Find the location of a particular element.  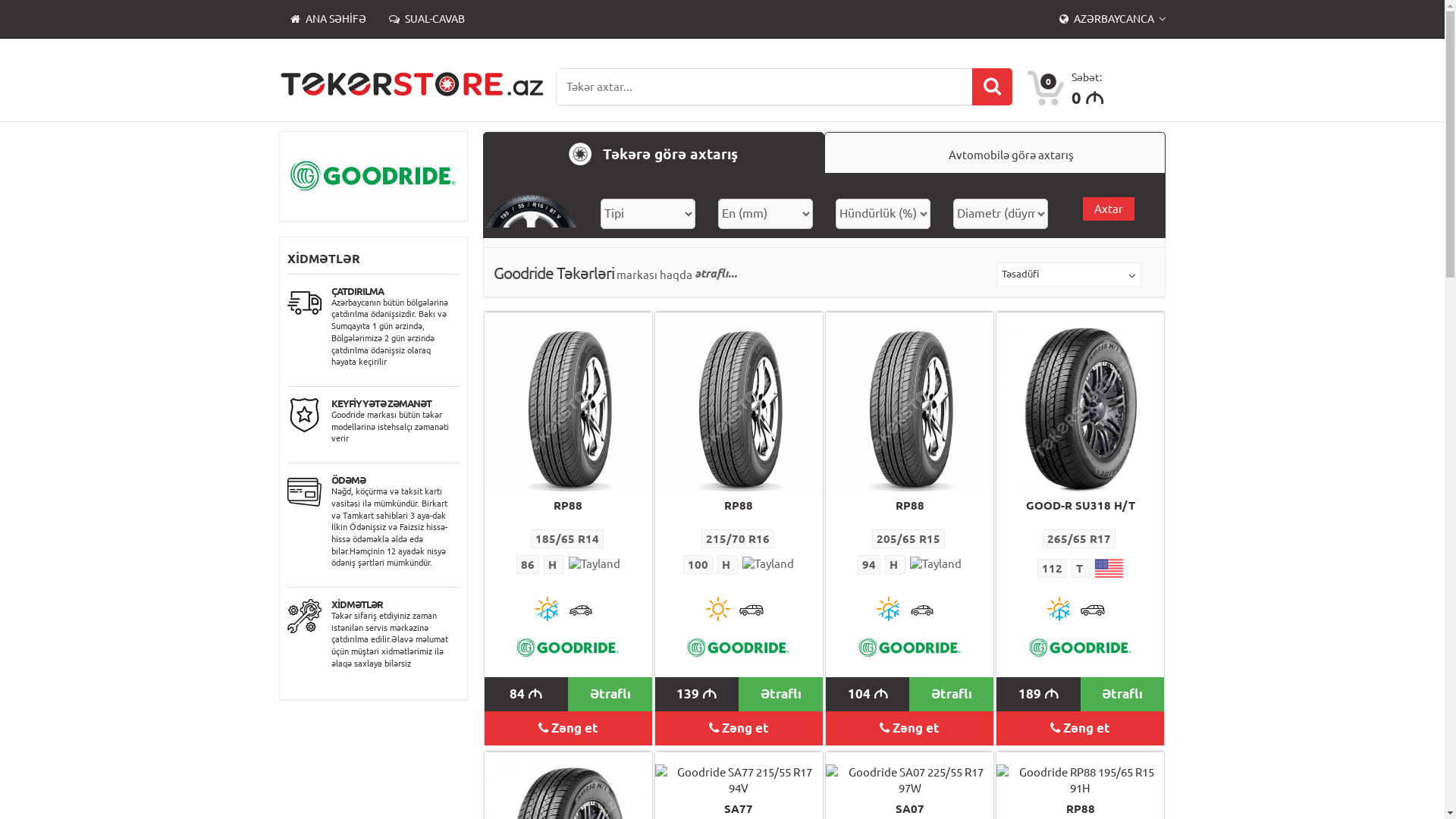

'Axtar' is located at coordinates (1109, 209).